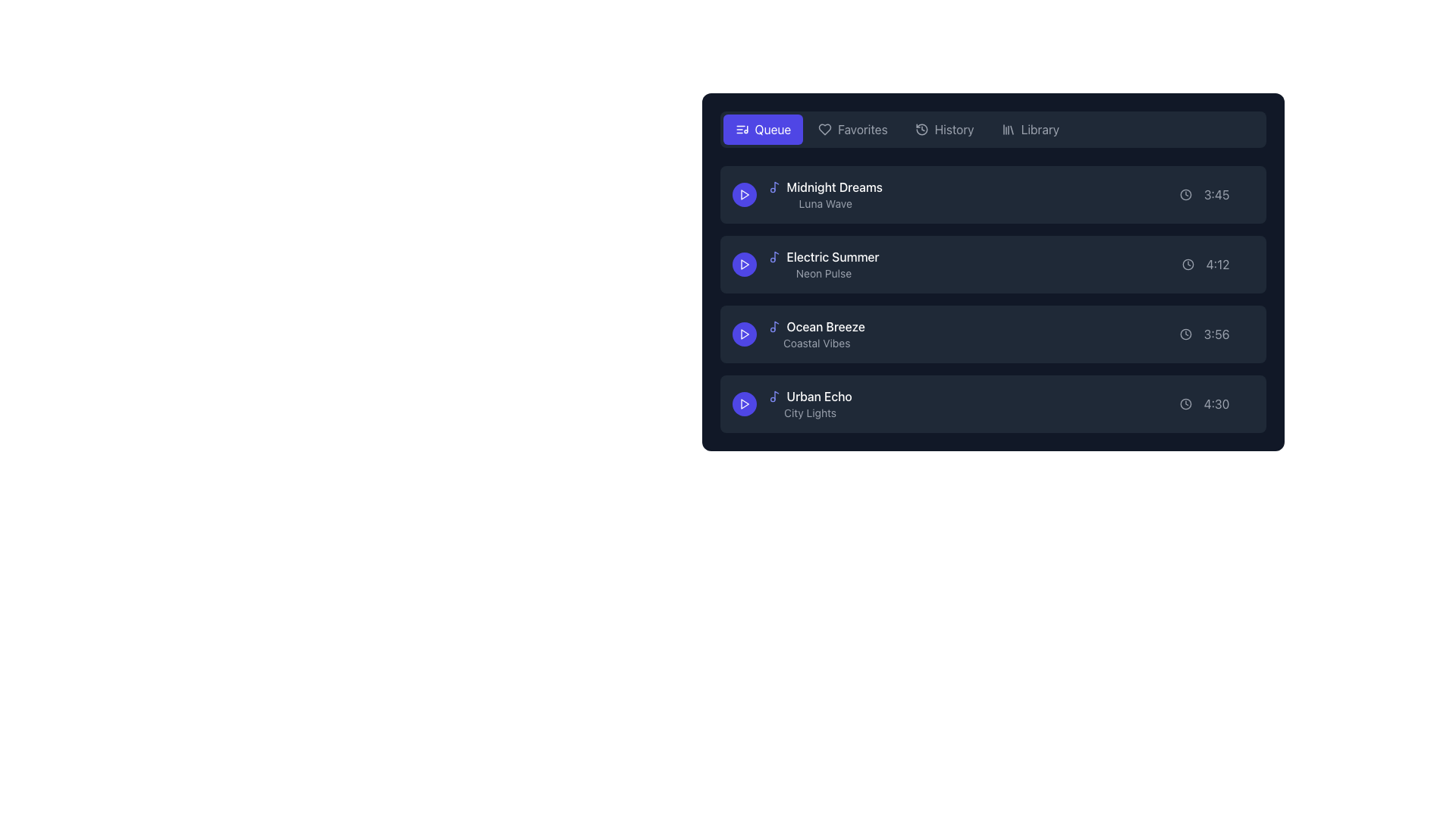  What do you see at coordinates (824, 194) in the screenshot?
I see `the first list item labeled 'Midnight Dreams' with the music note icon for advanced interaction` at bounding box center [824, 194].